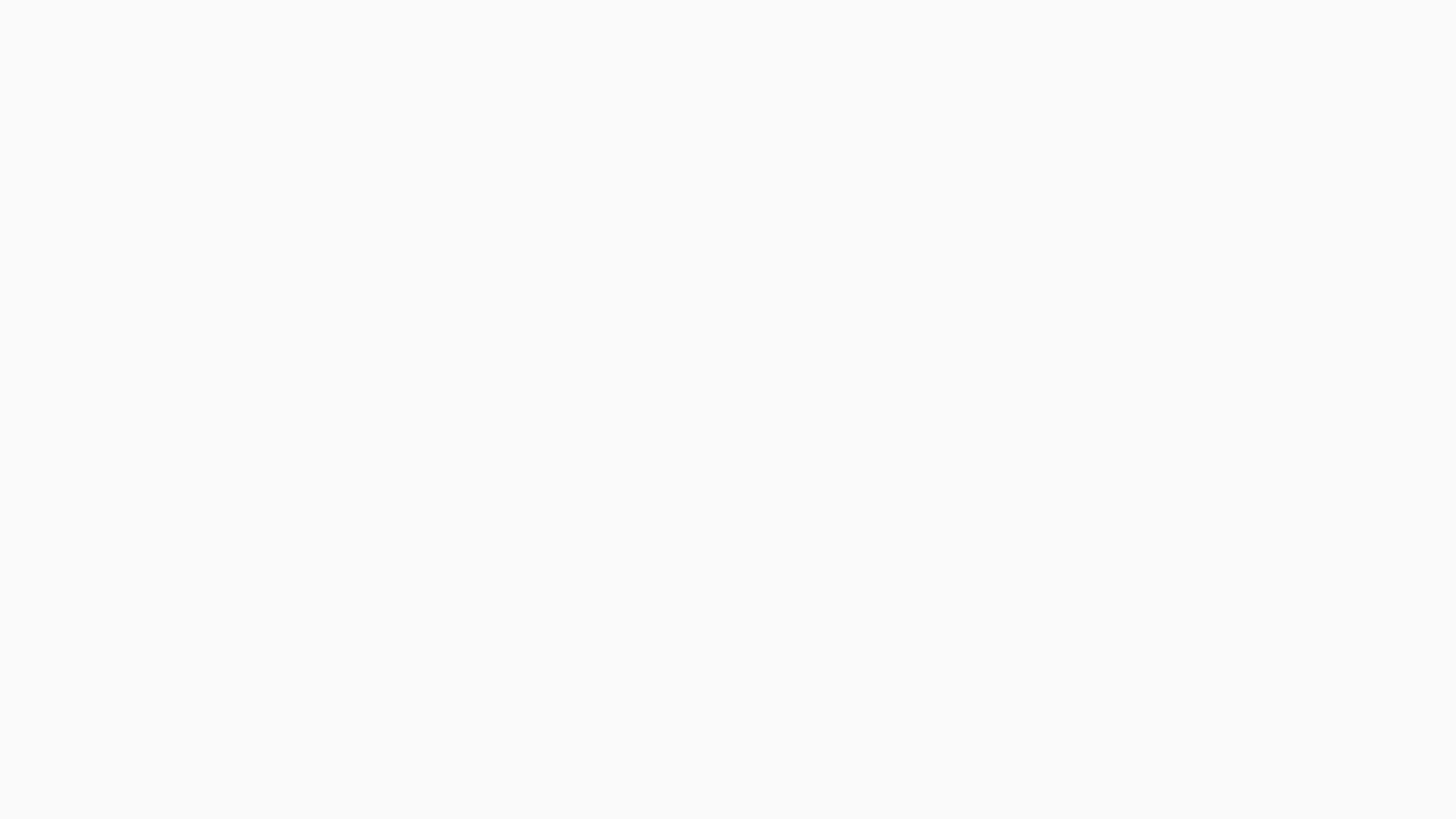 Image resolution: width=1456 pixels, height=819 pixels. I want to click on Manage Your Account, so click(136, 104).